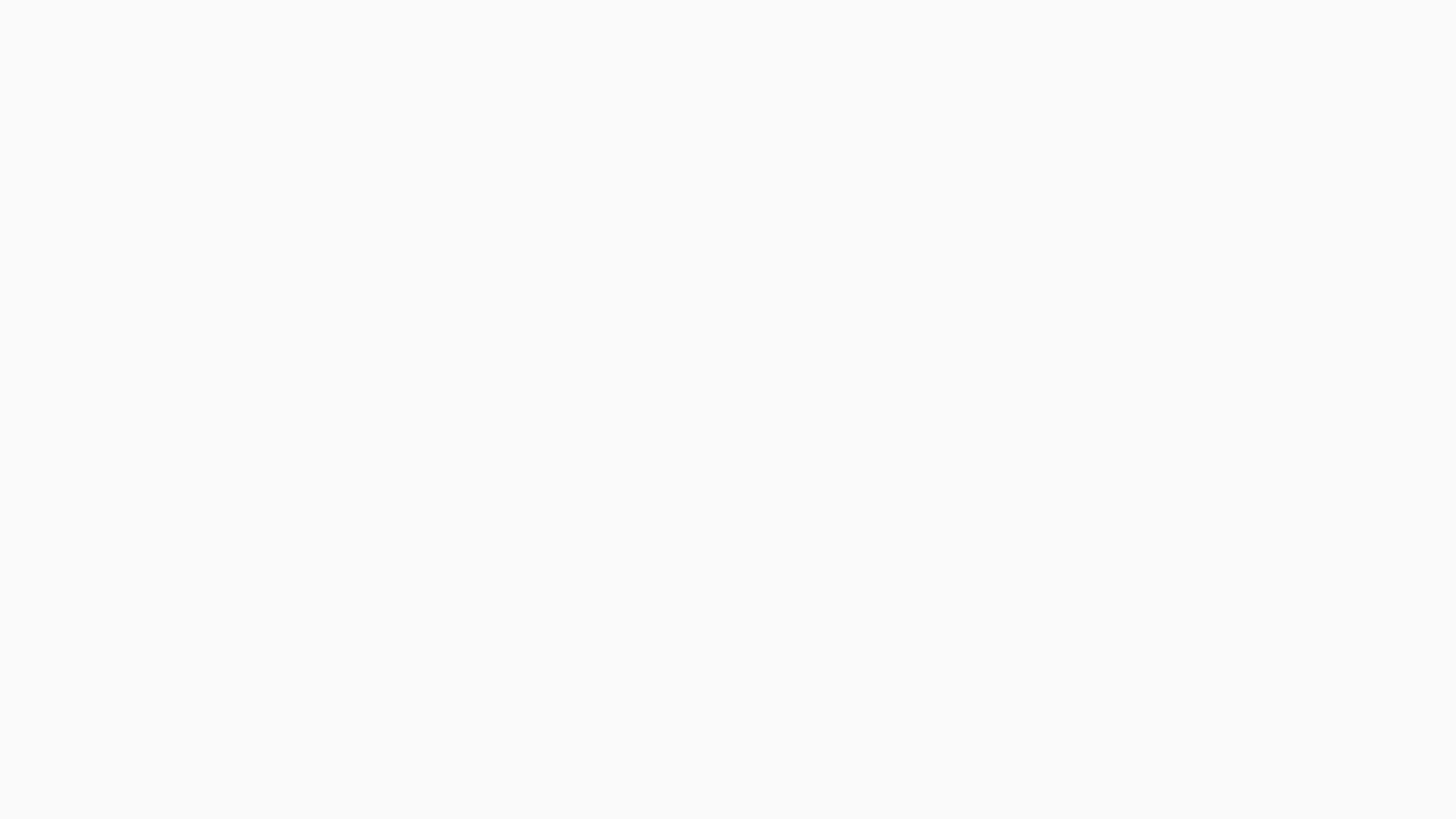 Image resolution: width=1456 pixels, height=819 pixels. I want to click on Manage Your Account, so click(136, 104).